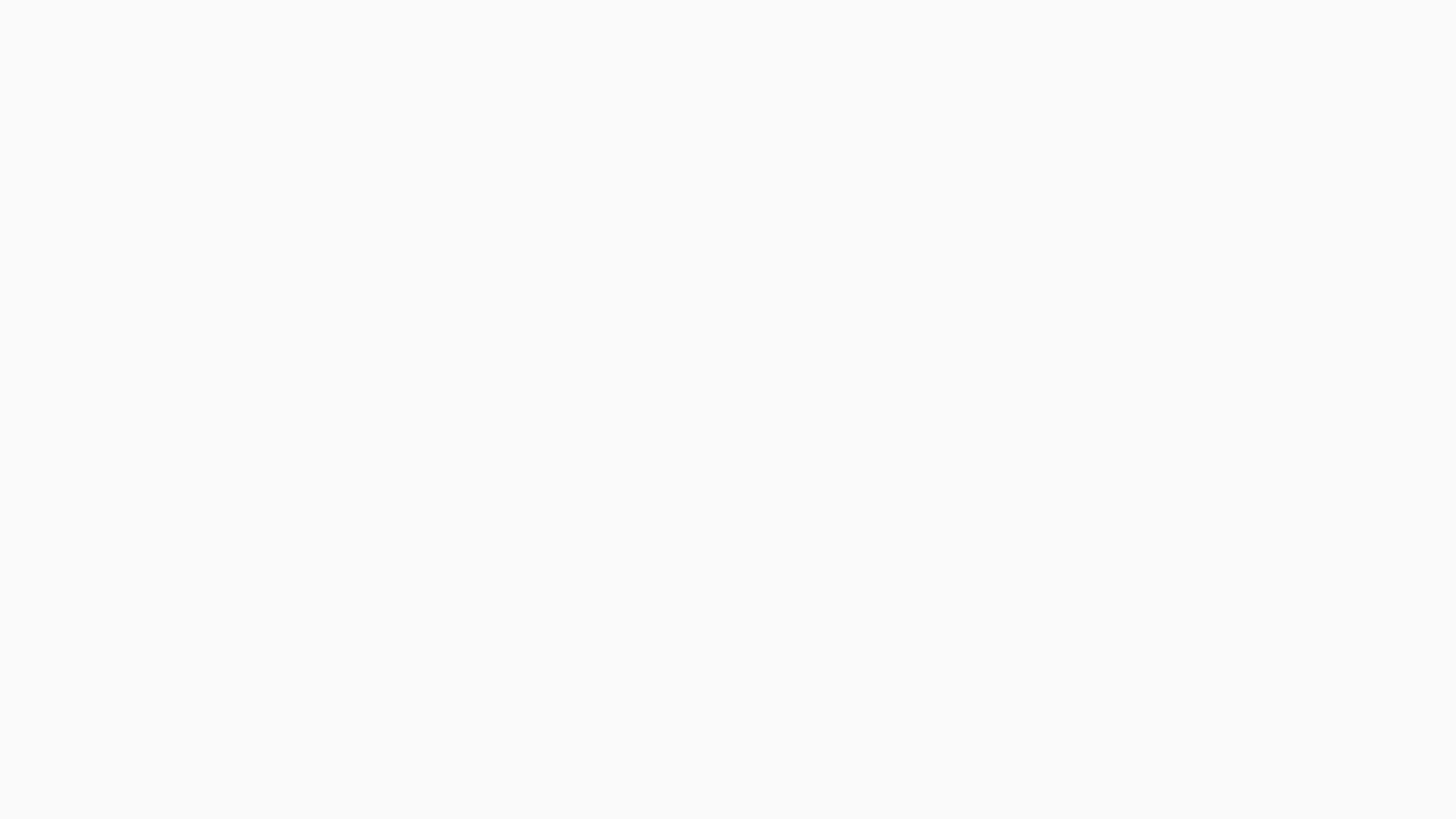 Image resolution: width=1456 pixels, height=819 pixels. I want to click on Manage Your Account, so click(136, 104).